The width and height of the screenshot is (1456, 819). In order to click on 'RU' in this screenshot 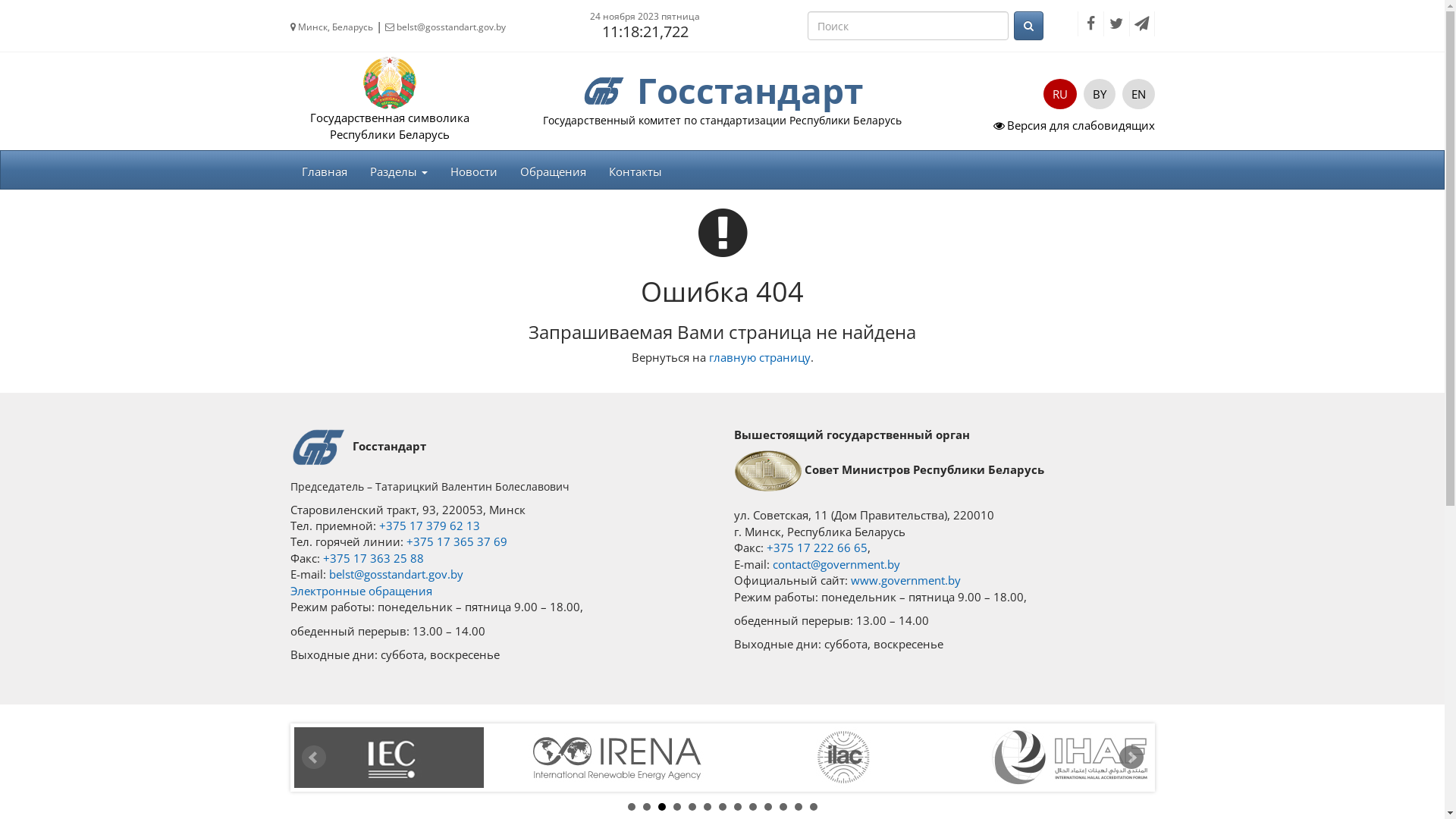, I will do `click(1059, 93)`.